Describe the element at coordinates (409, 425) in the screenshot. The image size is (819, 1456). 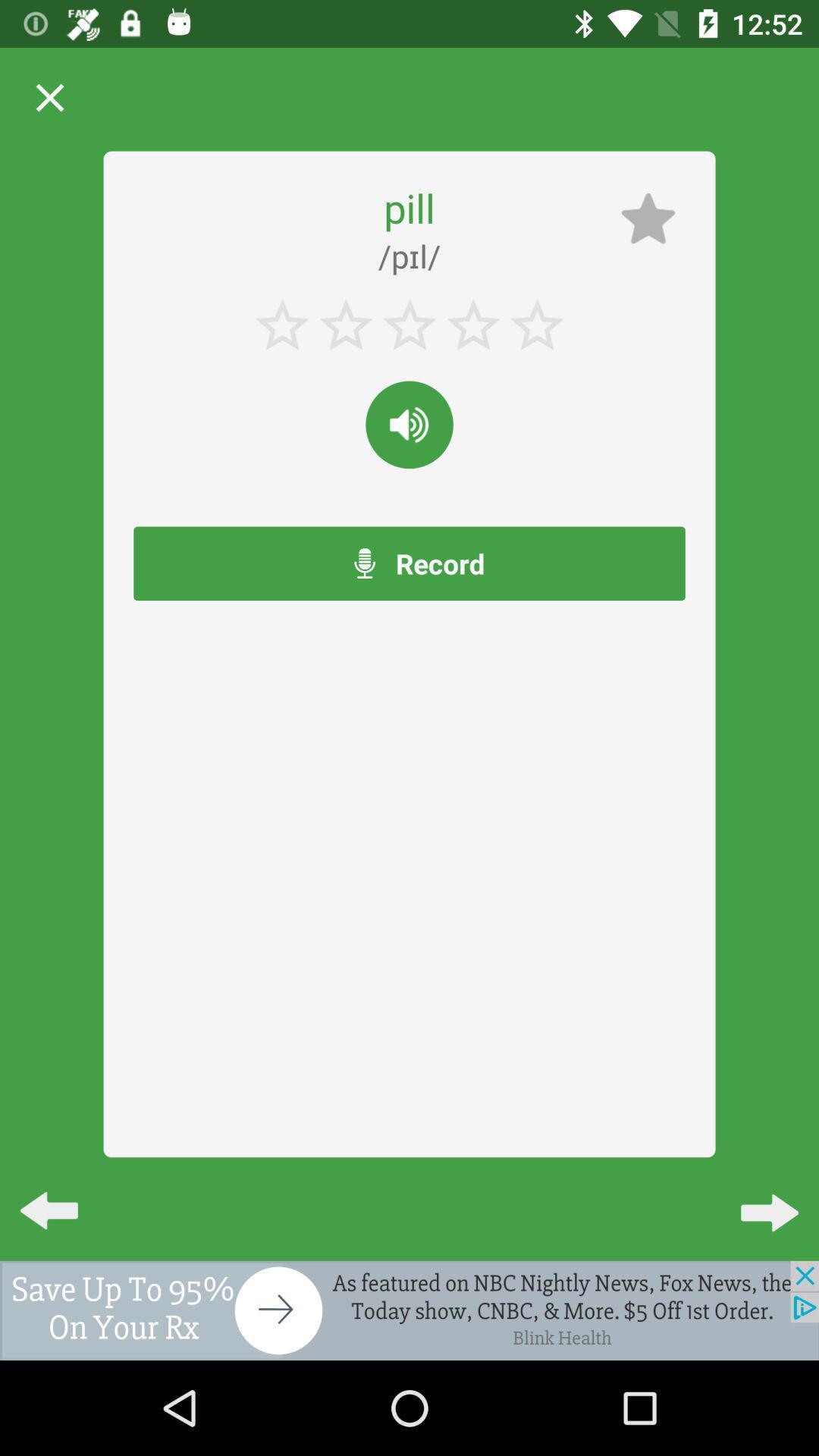
I see `the volume icon` at that location.